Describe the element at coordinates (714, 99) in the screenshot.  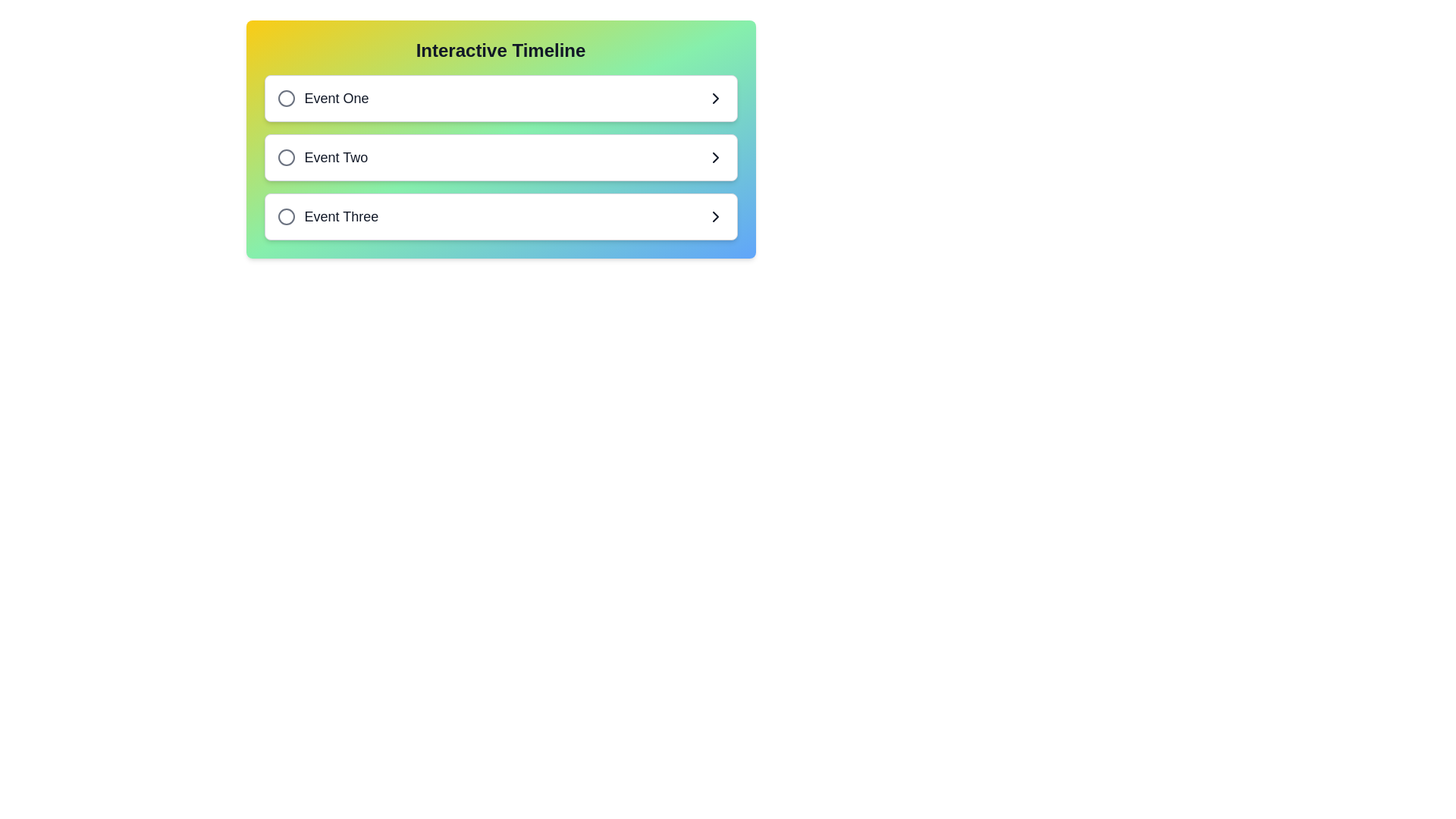
I see `the chevron arrow icon located on the right end of the 'Event One' interactive box in the 'Interactive Timeline' card` at that location.